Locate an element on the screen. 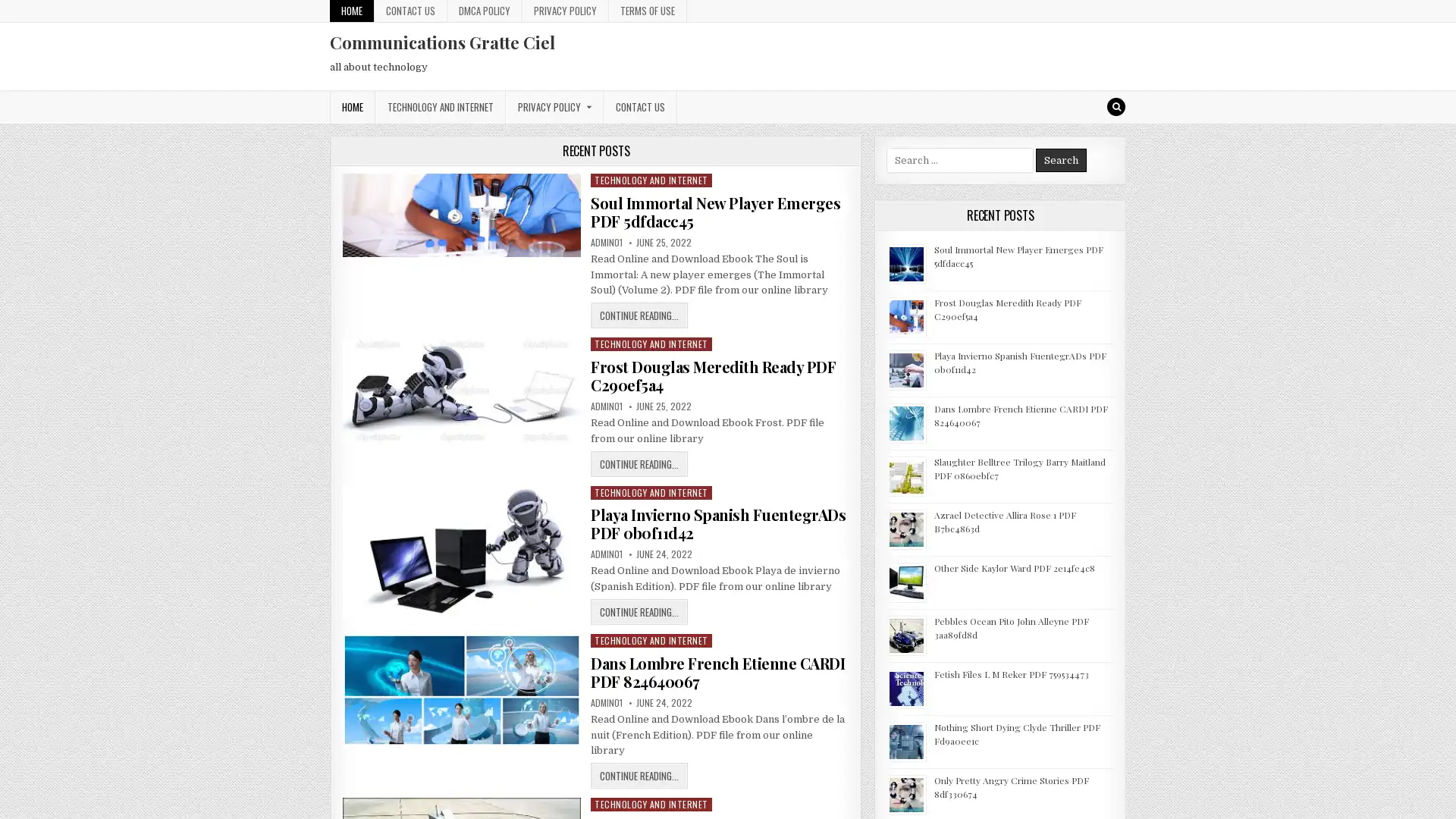 Image resolution: width=1456 pixels, height=819 pixels. Search is located at coordinates (1060, 160).